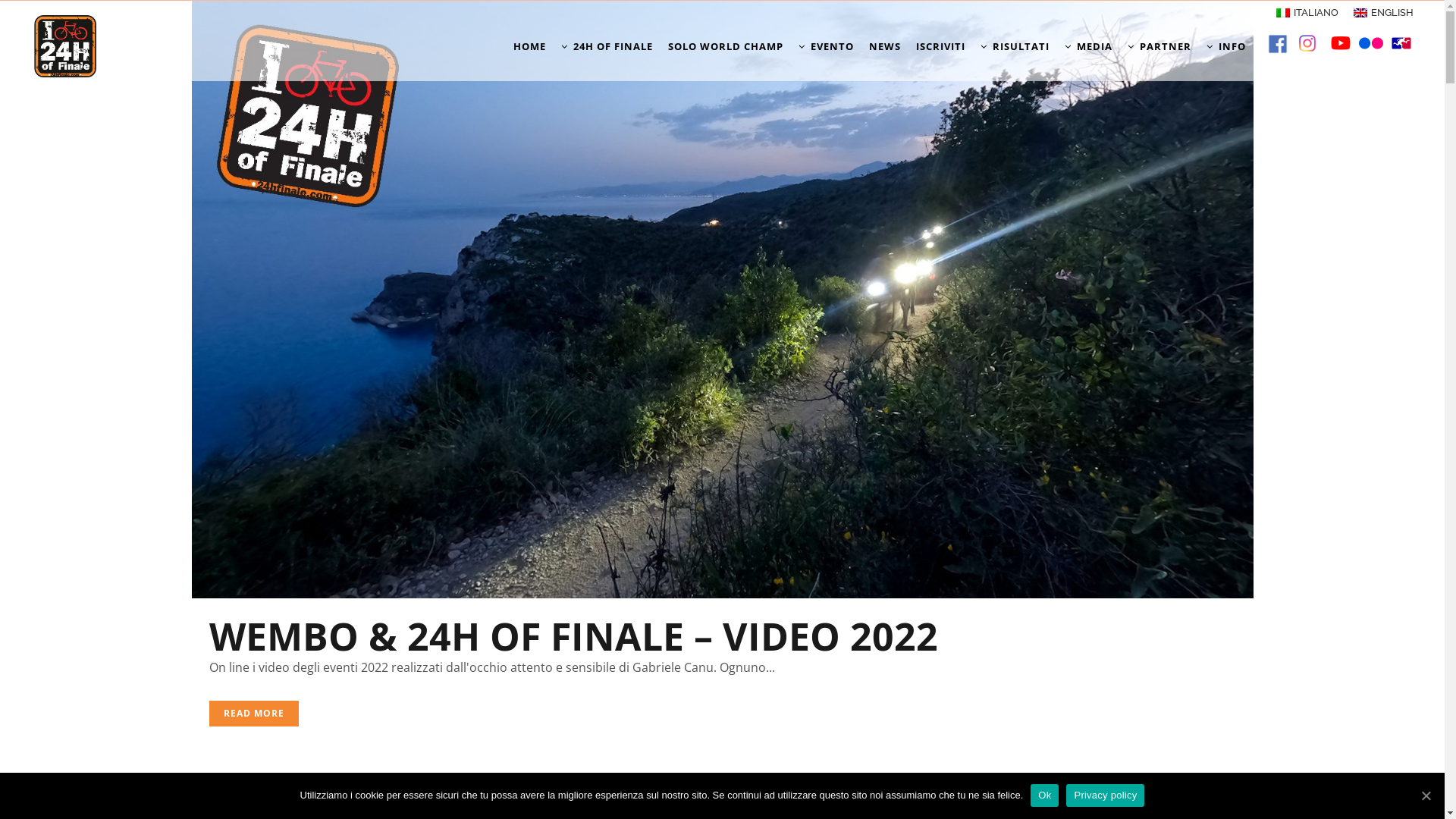 The image size is (1456, 819). I want to click on 'RISULTATI', so click(1015, 45).